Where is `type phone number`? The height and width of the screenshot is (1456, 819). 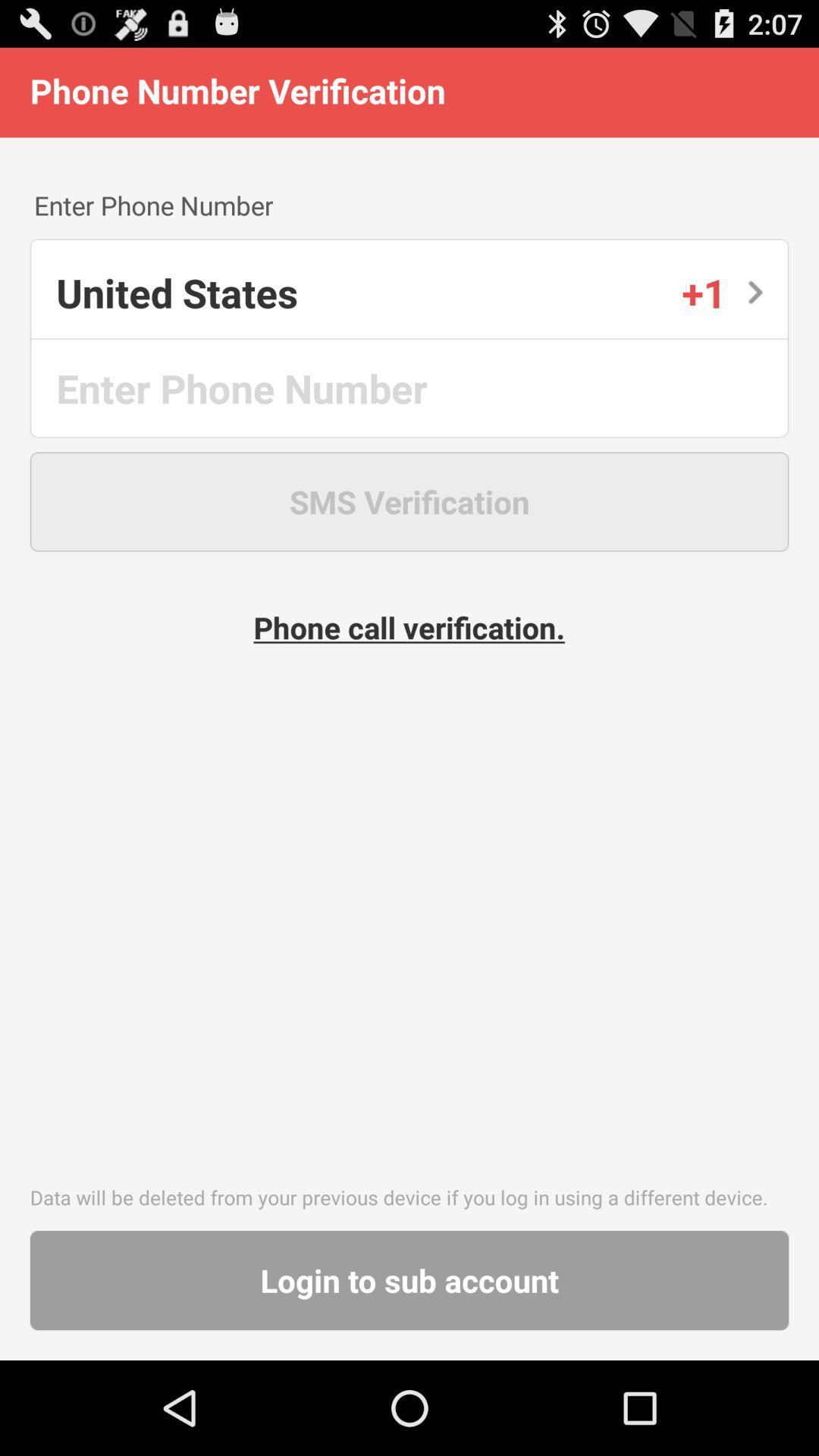 type phone number is located at coordinates (411, 388).